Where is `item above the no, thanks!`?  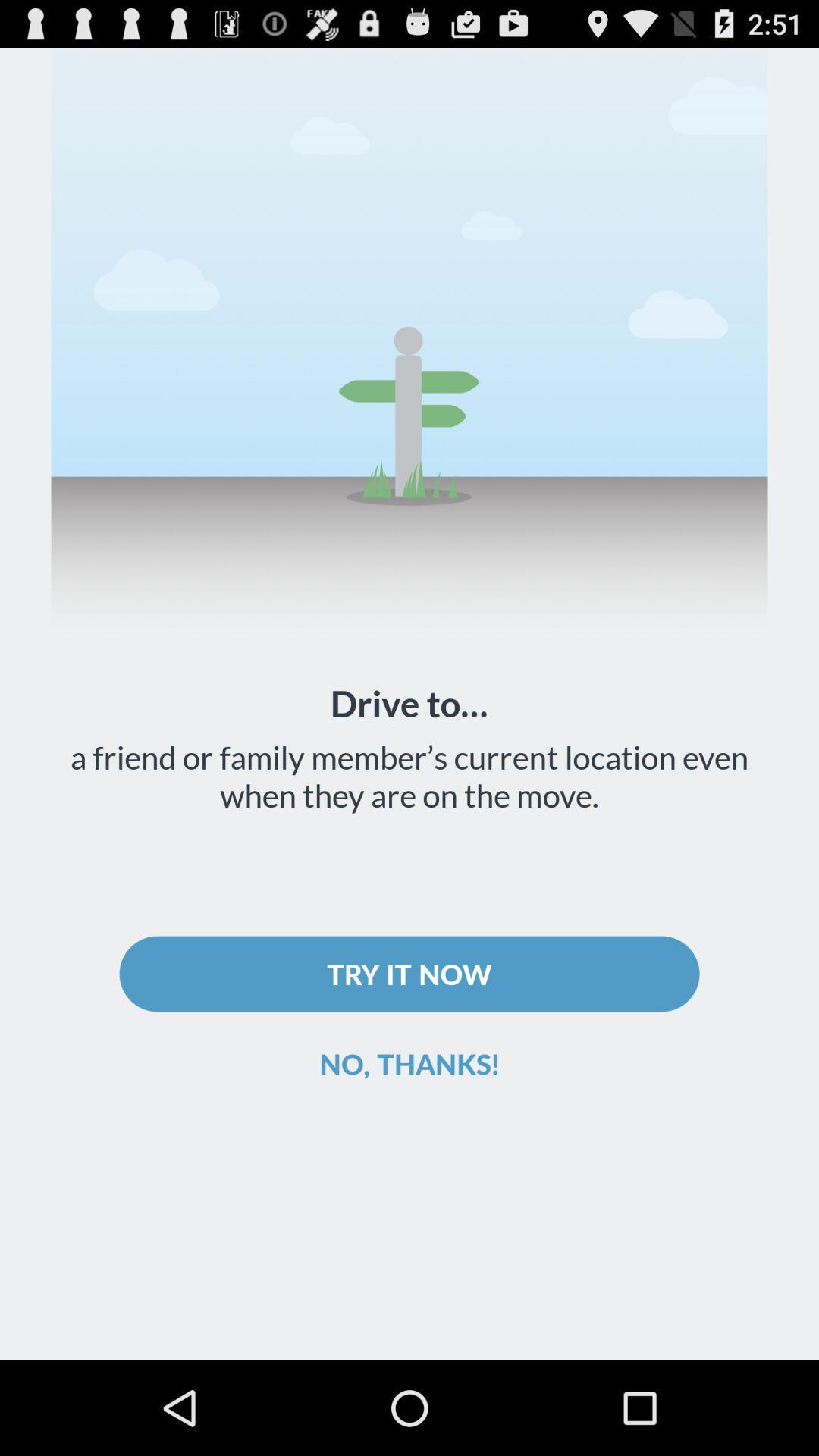
item above the no, thanks! is located at coordinates (409, 974).